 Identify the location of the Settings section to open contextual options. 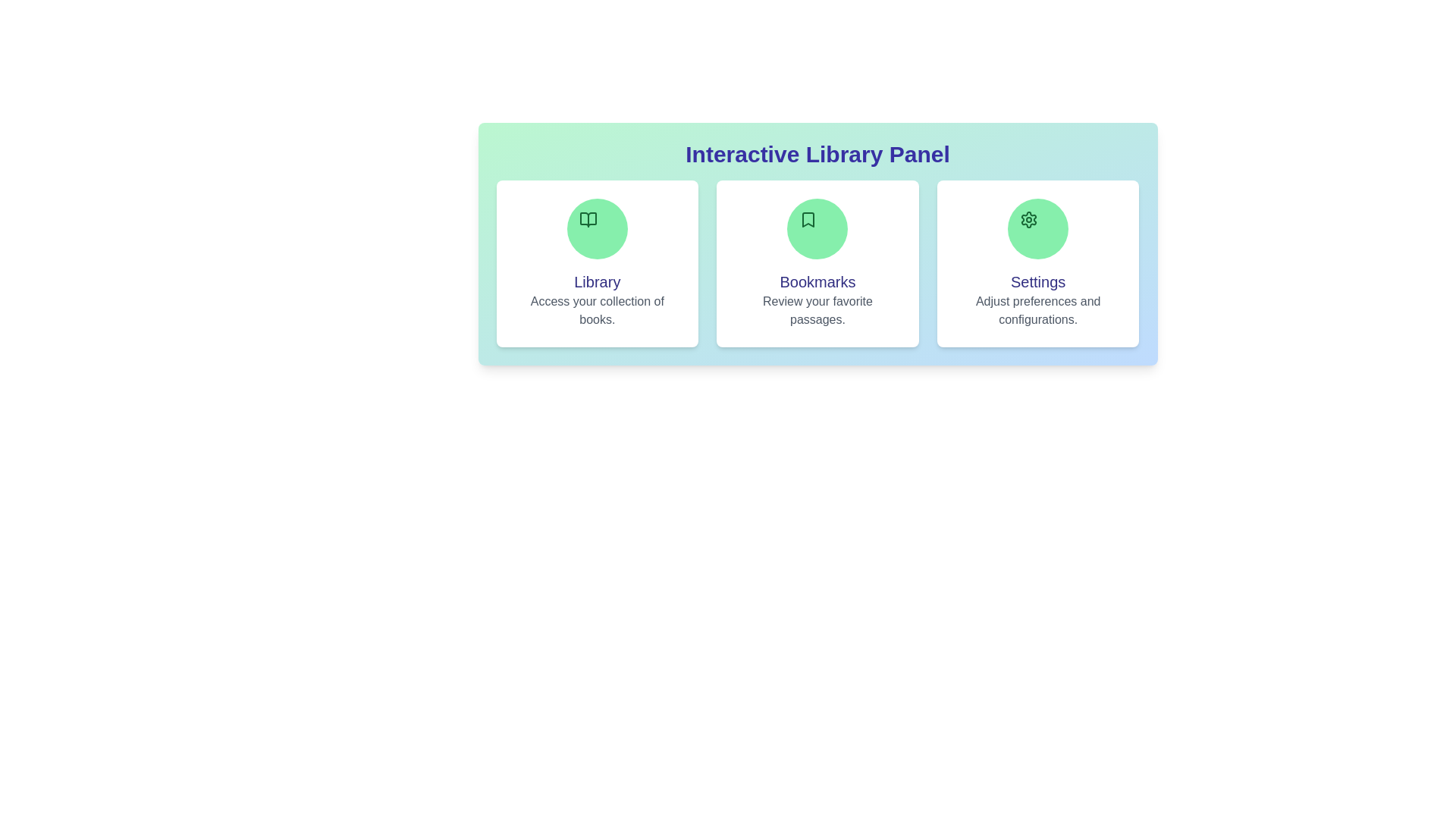
(1037, 262).